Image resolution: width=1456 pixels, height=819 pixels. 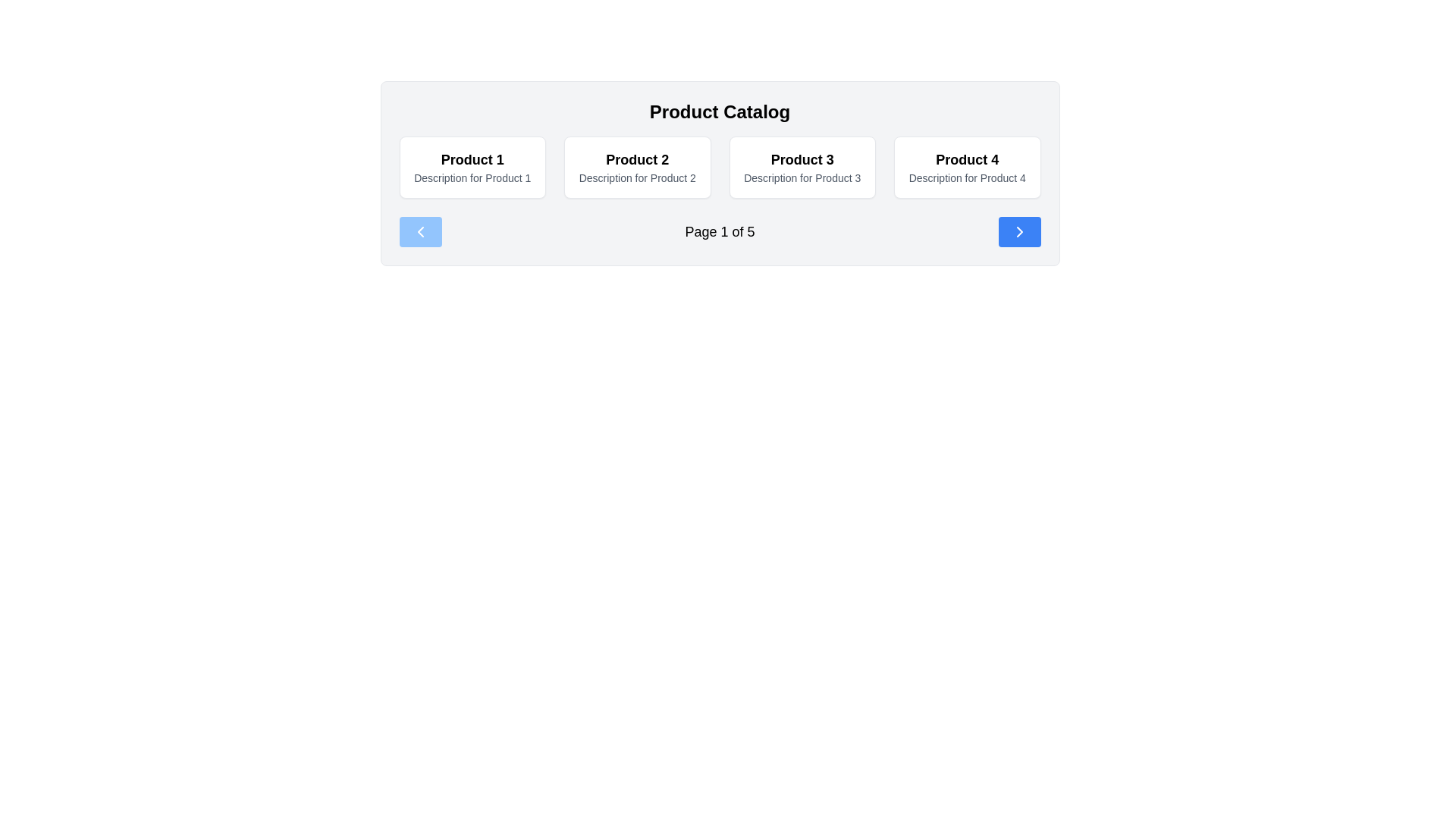 What do you see at coordinates (472, 177) in the screenshot?
I see `descriptive text for 'Product 1', located below the title within its product card` at bounding box center [472, 177].